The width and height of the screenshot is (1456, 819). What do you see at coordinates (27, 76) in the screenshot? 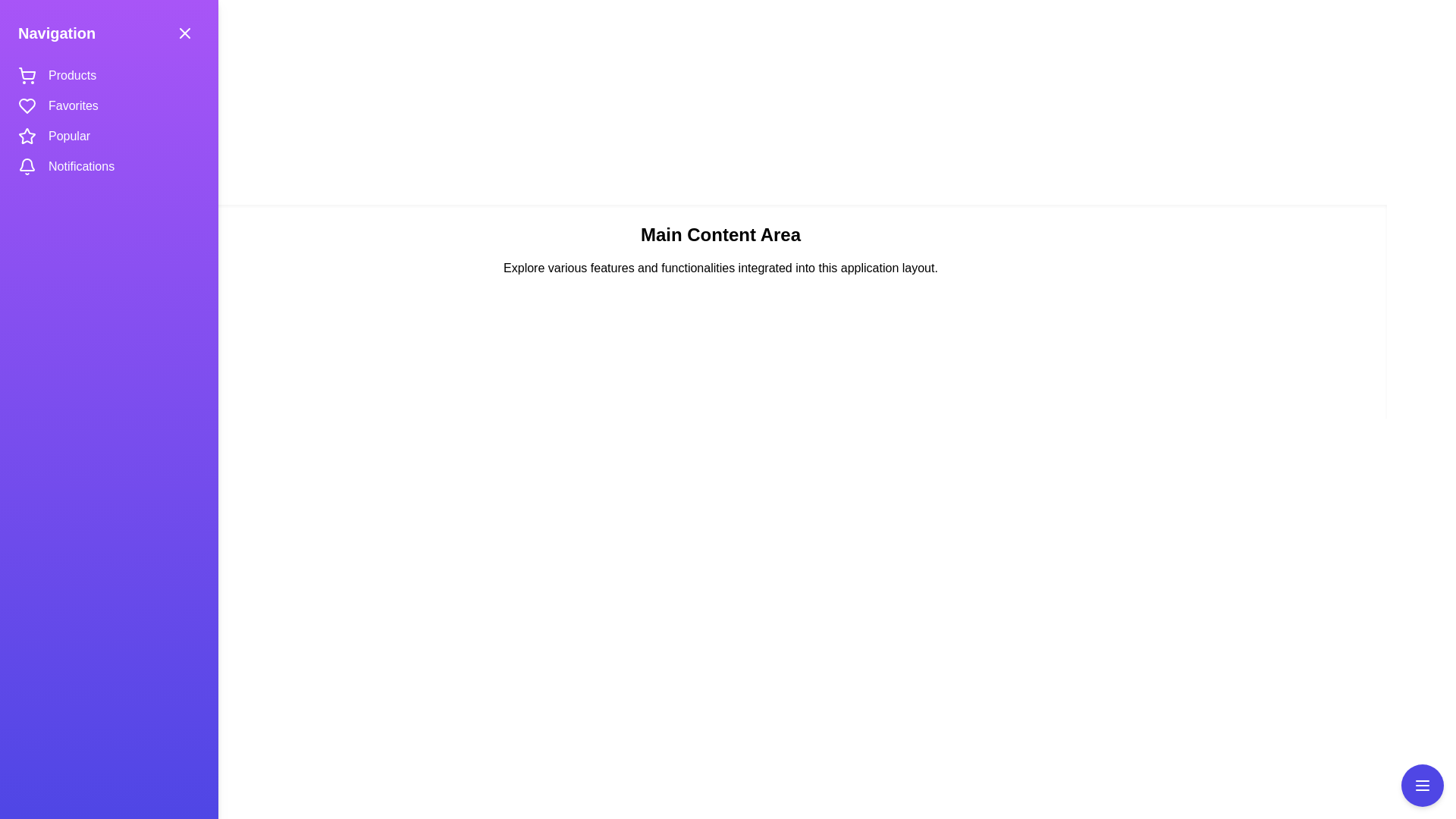
I see `the icon representing the Products section in the navigation` at bounding box center [27, 76].